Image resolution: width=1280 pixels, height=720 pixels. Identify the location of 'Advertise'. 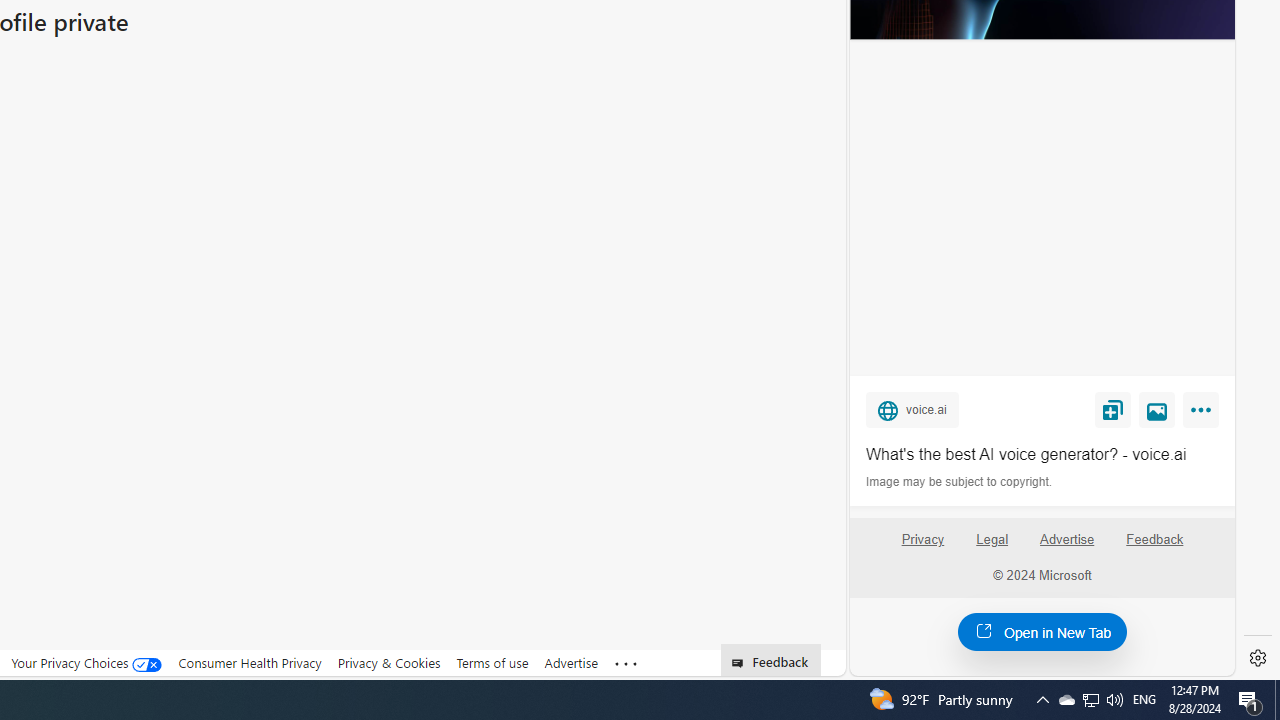
(1066, 547).